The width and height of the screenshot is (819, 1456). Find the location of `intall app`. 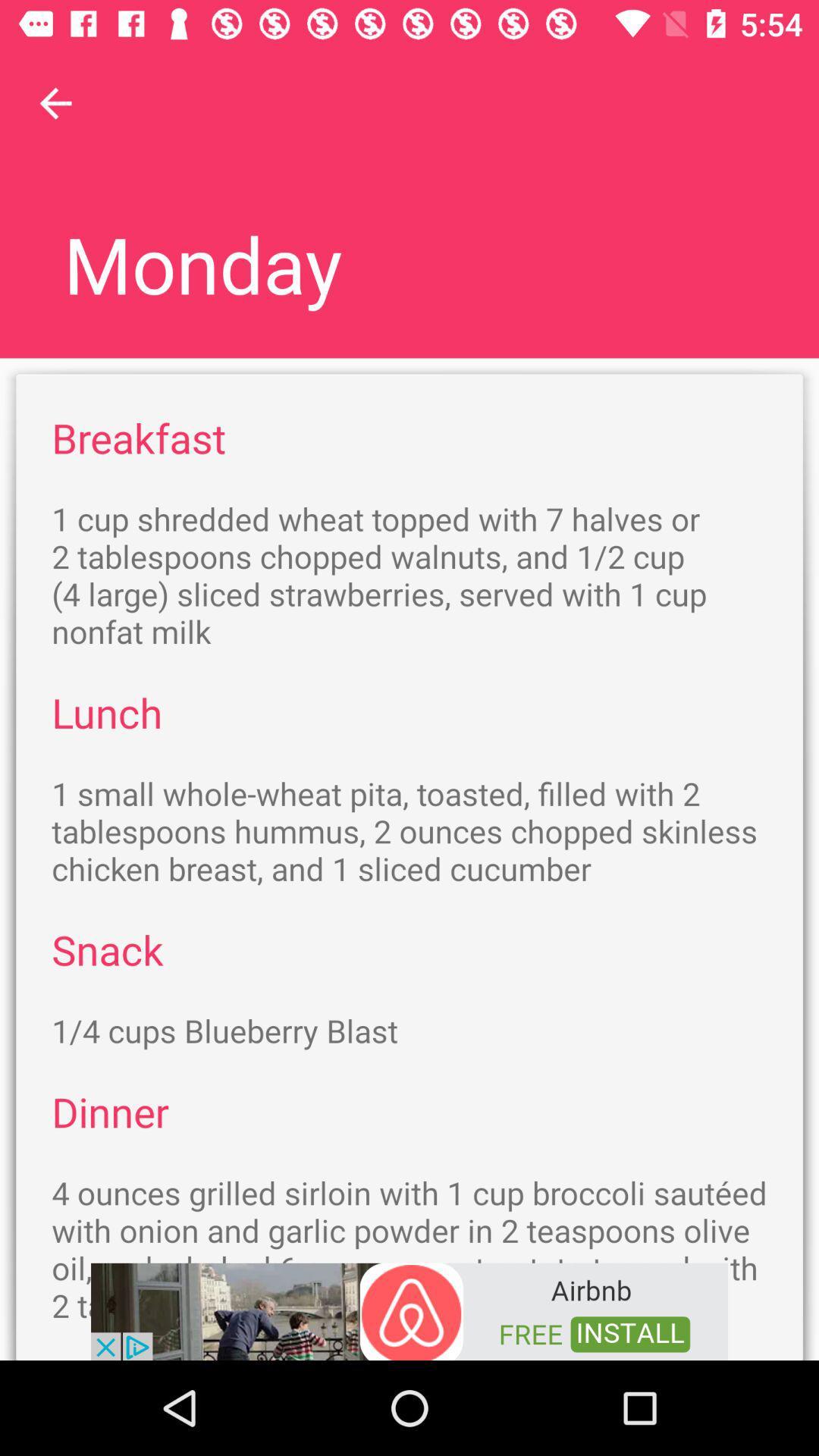

intall app is located at coordinates (409, 1310).